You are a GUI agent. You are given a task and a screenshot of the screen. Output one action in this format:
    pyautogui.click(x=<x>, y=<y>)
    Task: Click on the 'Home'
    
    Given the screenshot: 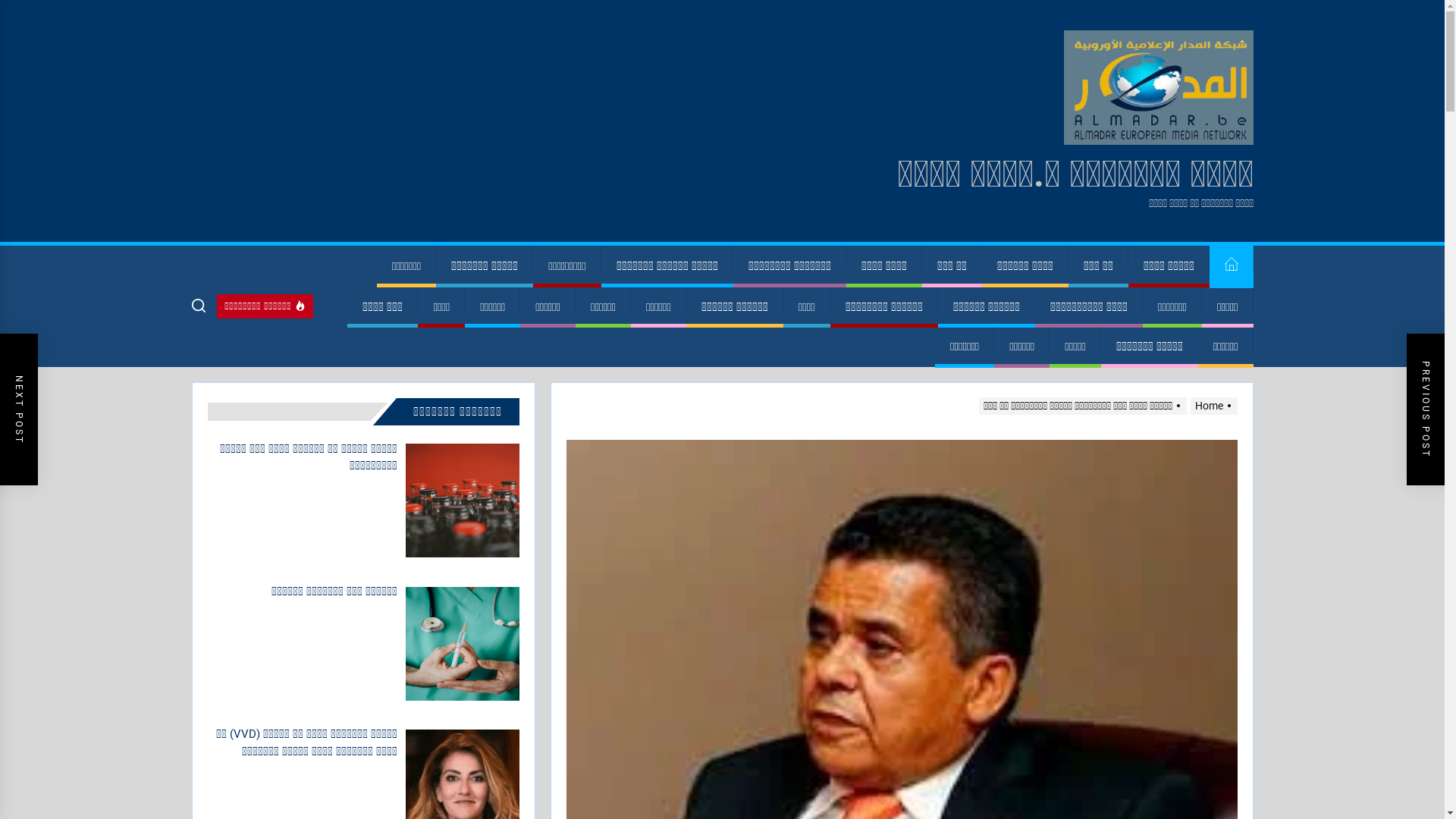 What is the action you would take?
    pyautogui.click(x=1210, y=405)
    